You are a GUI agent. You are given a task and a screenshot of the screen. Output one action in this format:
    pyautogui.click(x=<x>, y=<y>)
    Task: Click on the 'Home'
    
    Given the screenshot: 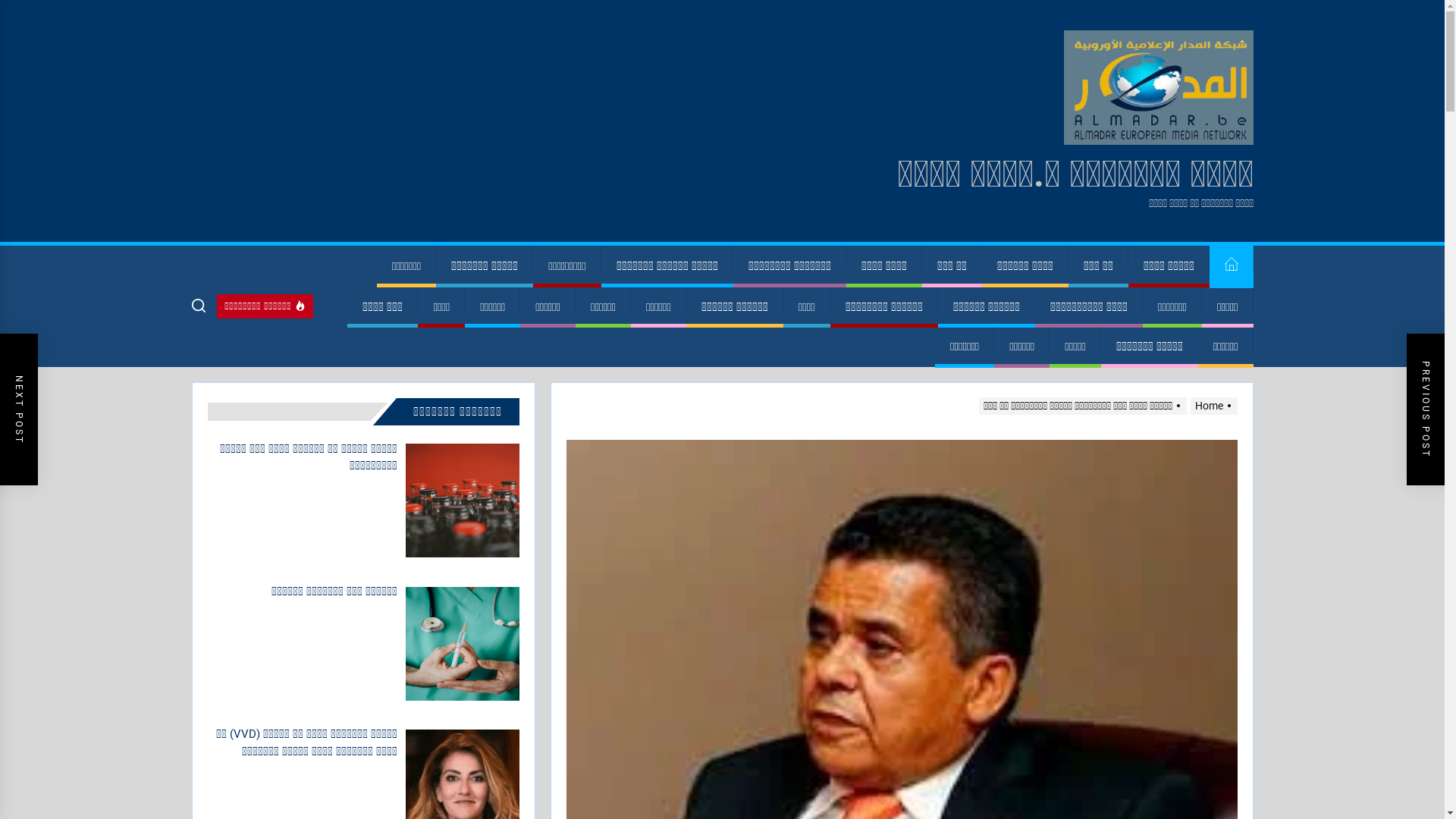 What is the action you would take?
    pyautogui.click(x=1210, y=405)
    